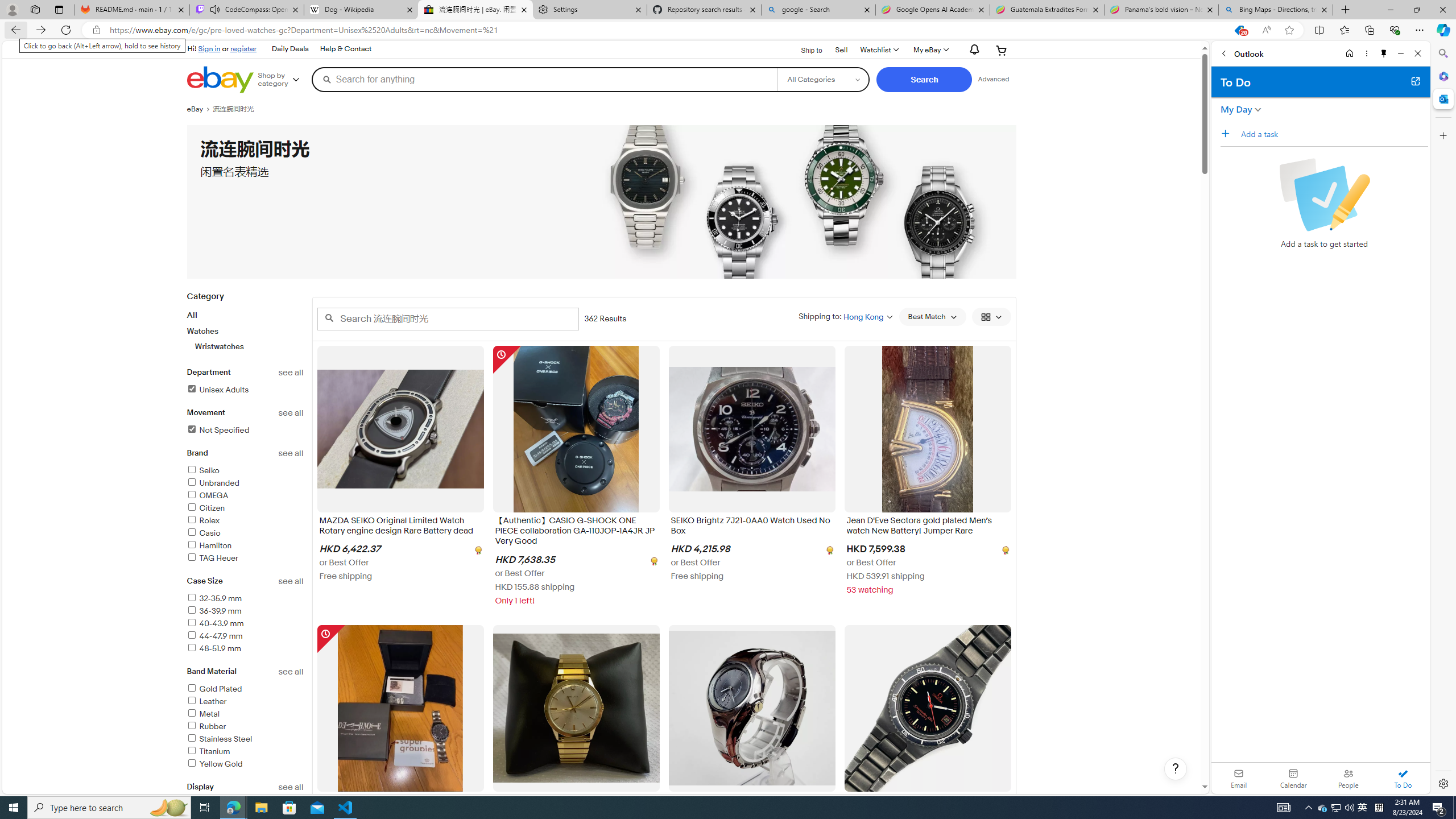  I want to click on 'Stainless Steel', so click(245, 740).